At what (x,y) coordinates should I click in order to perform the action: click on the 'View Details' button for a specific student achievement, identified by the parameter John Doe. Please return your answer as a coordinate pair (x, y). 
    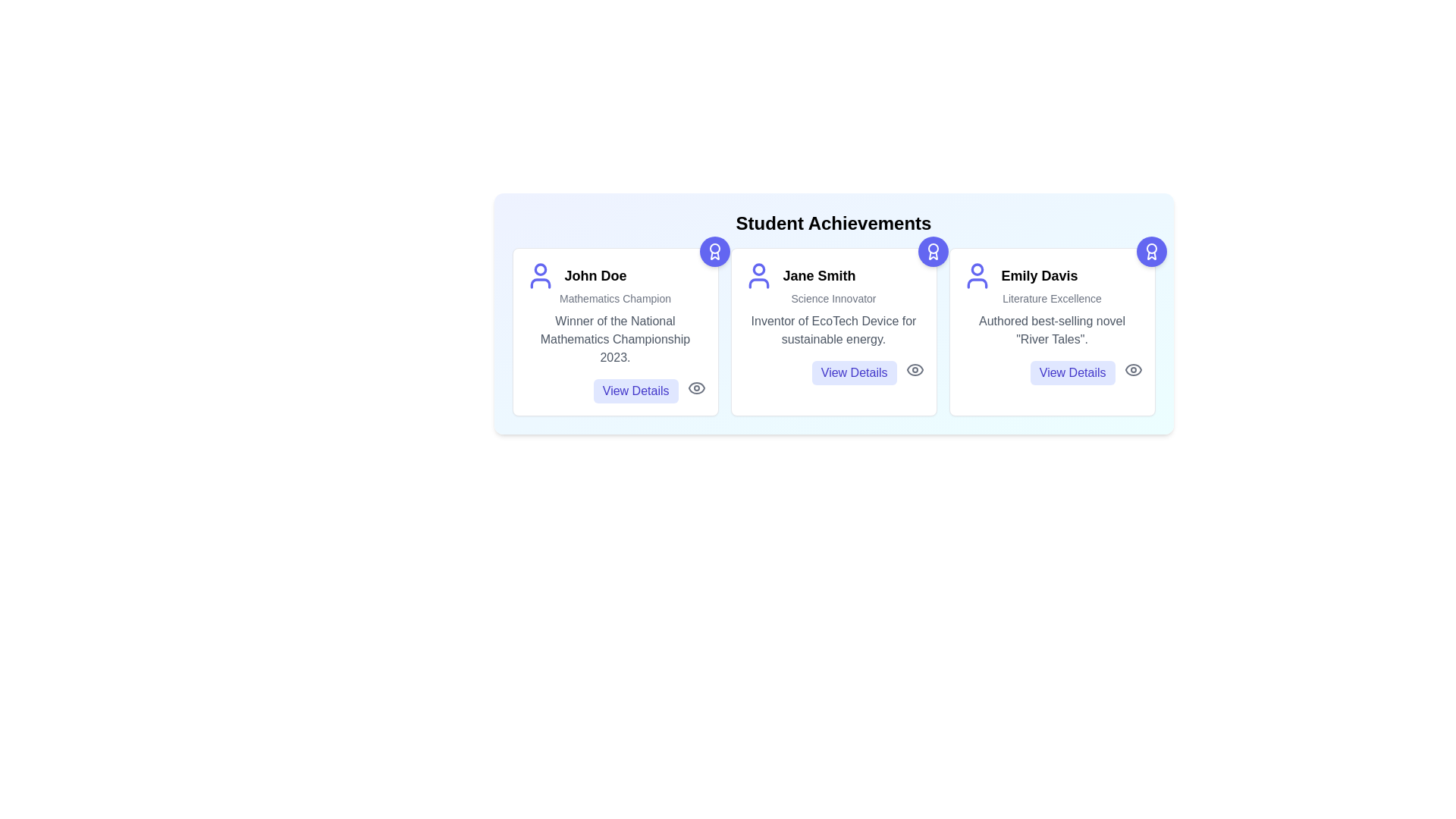
    Looking at the image, I should click on (635, 391).